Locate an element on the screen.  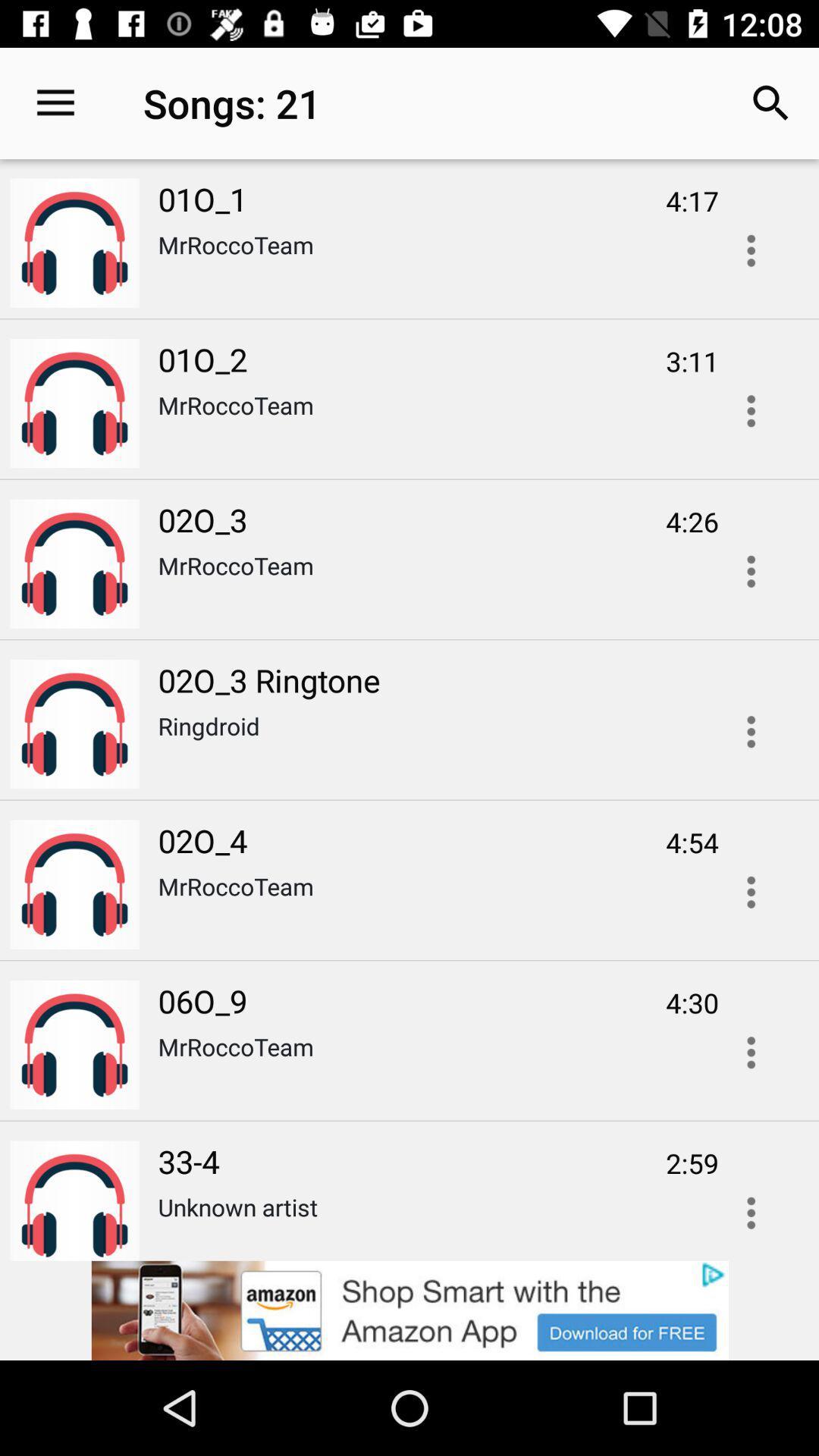
ringtone settings is located at coordinates (751, 732).